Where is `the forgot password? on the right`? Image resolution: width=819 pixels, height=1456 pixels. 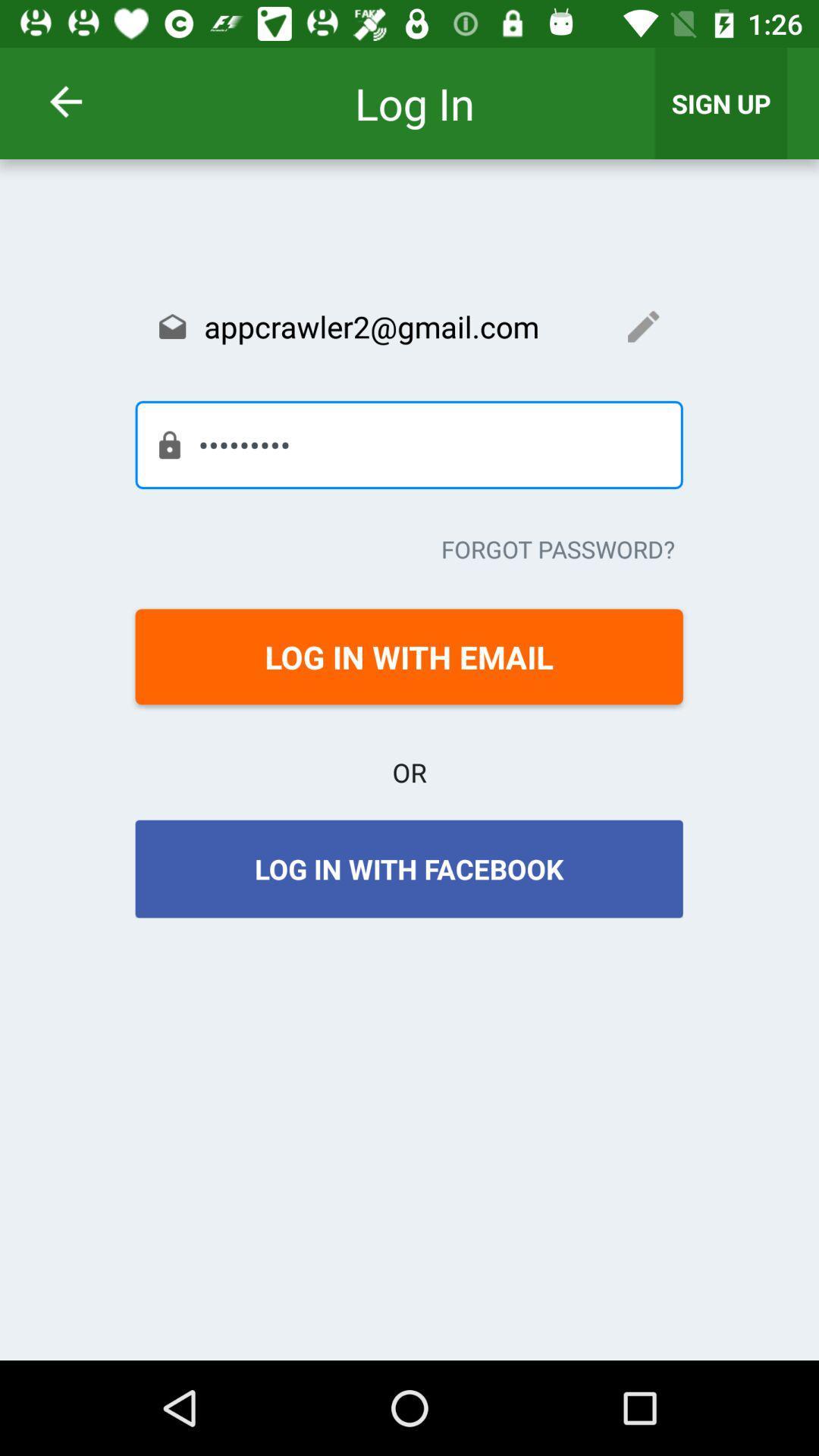
the forgot password? on the right is located at coordinates (558, 548).